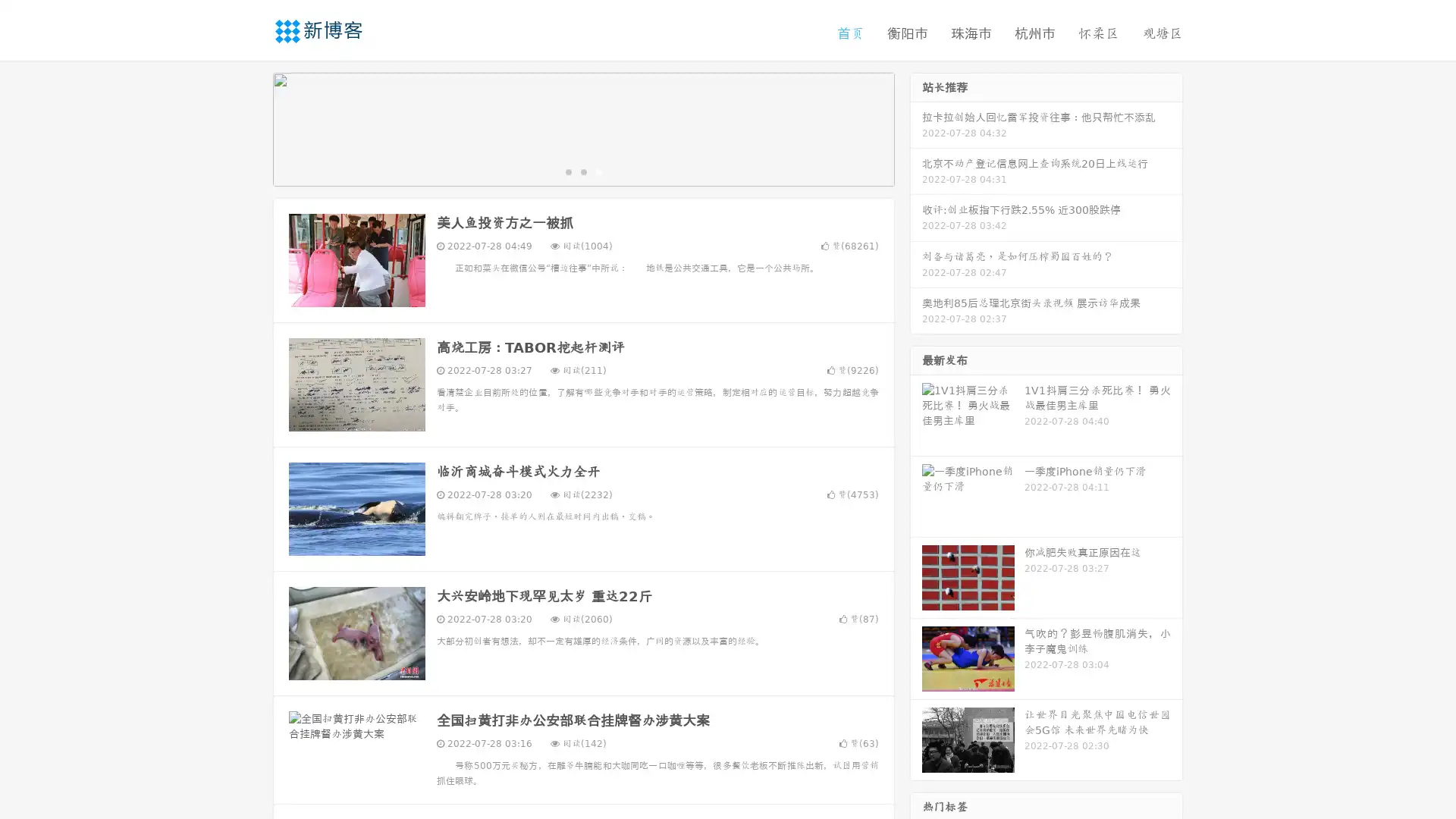 This screenshot has width=1456, height=819. What do you see at coordinates (567, 171) in the screenshot?
I see `Go to slide 1` at bounding box center [567, 171].